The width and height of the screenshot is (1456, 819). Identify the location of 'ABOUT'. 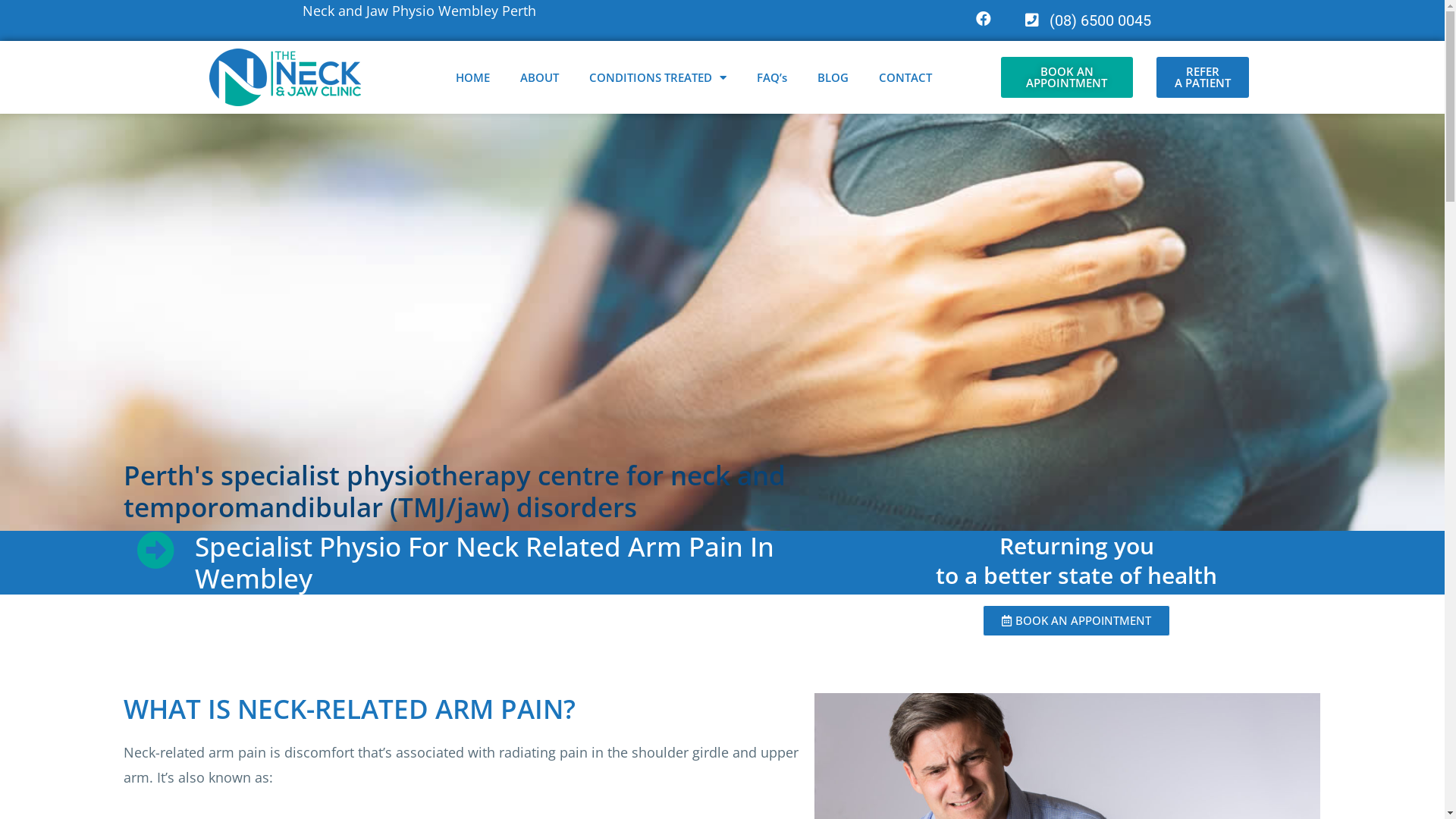
(539, 77).